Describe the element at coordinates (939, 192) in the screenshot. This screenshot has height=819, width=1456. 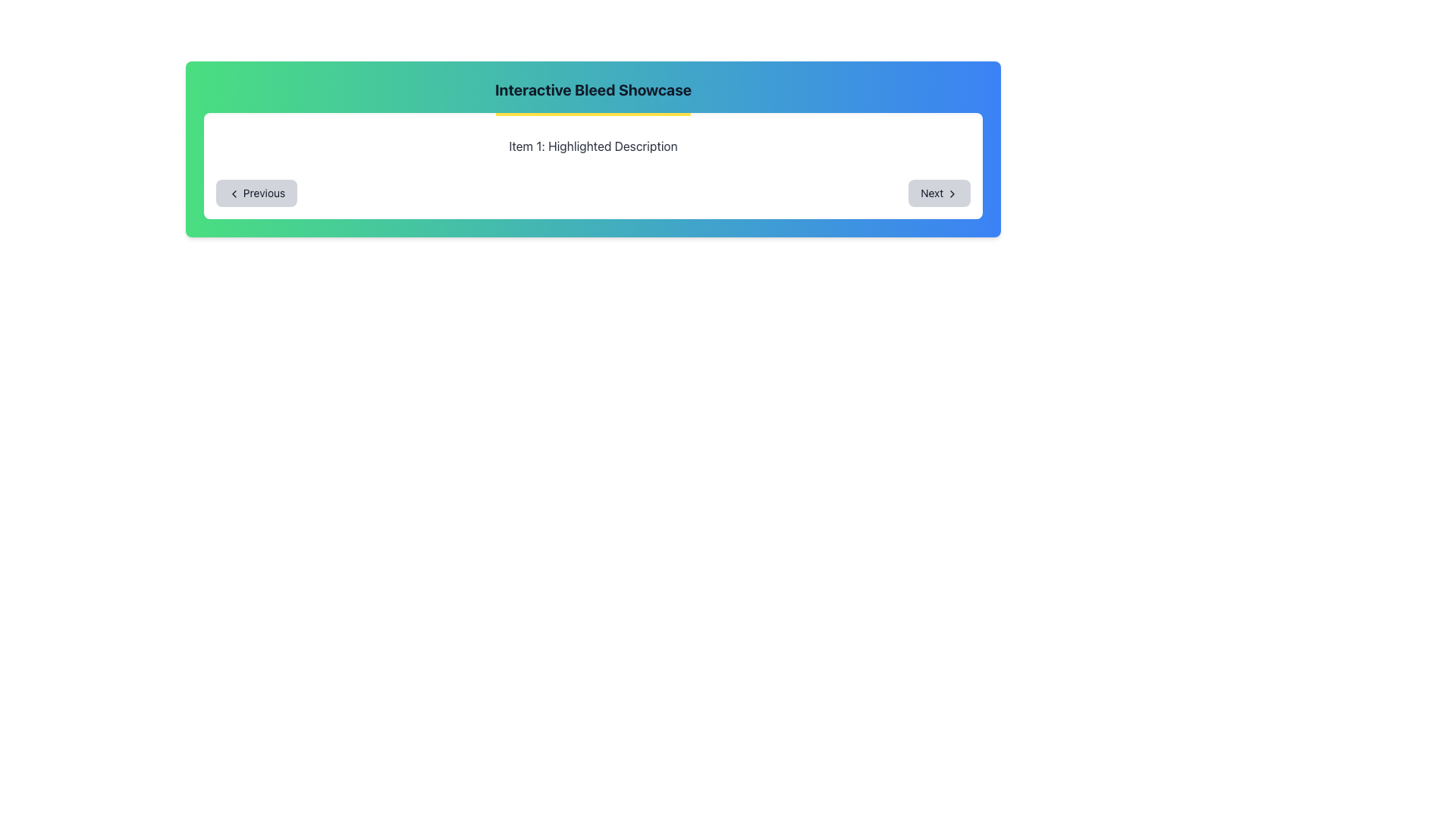
I see `the 'Next' button with rounded corners, labeled in bold dark text, to activate its hover effect` at that location.